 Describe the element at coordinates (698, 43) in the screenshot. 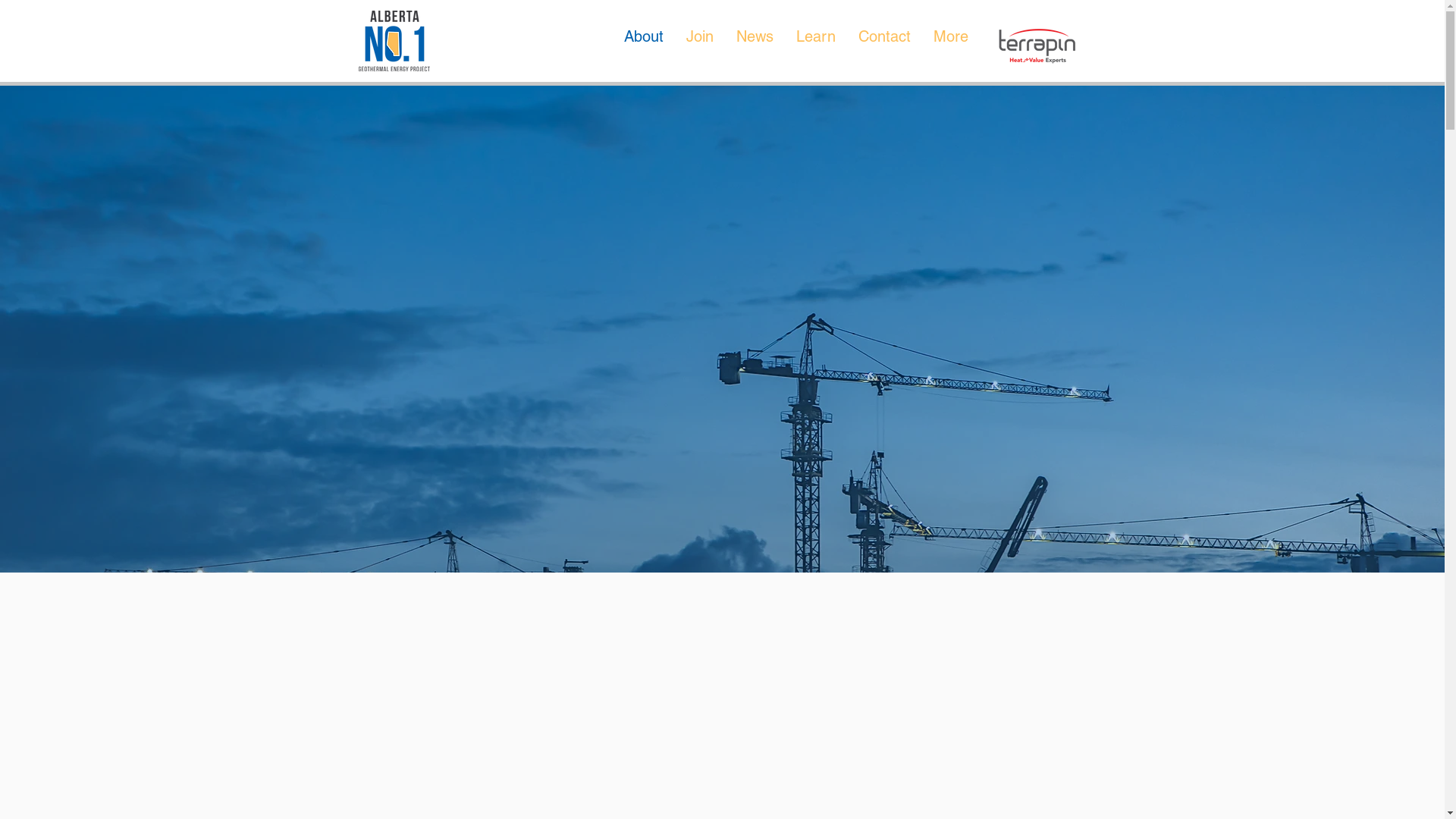

I see `'Join'` at that location.